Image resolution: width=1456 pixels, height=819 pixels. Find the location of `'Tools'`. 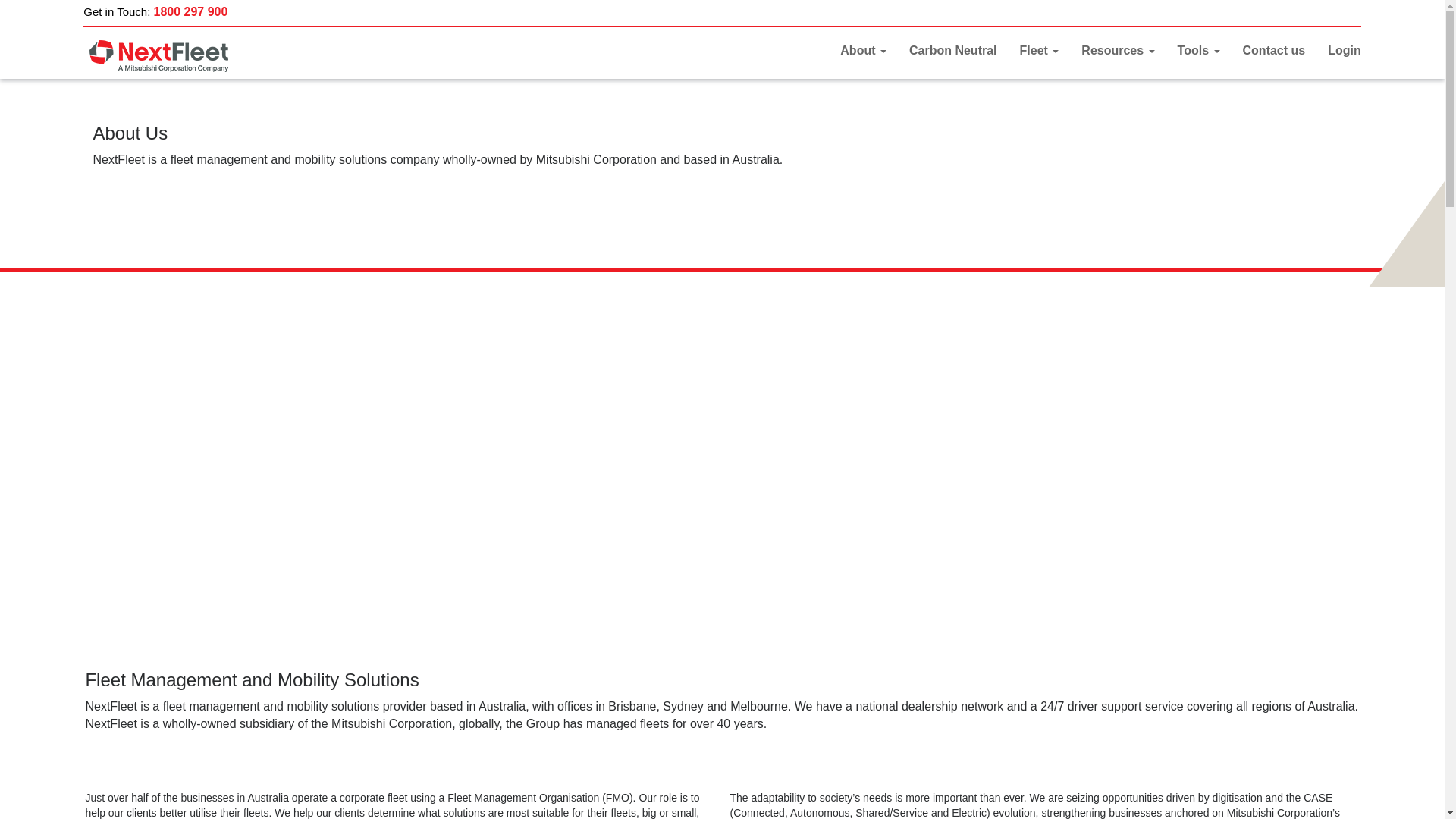

'Tools' is located at coordinates (1197, 49).